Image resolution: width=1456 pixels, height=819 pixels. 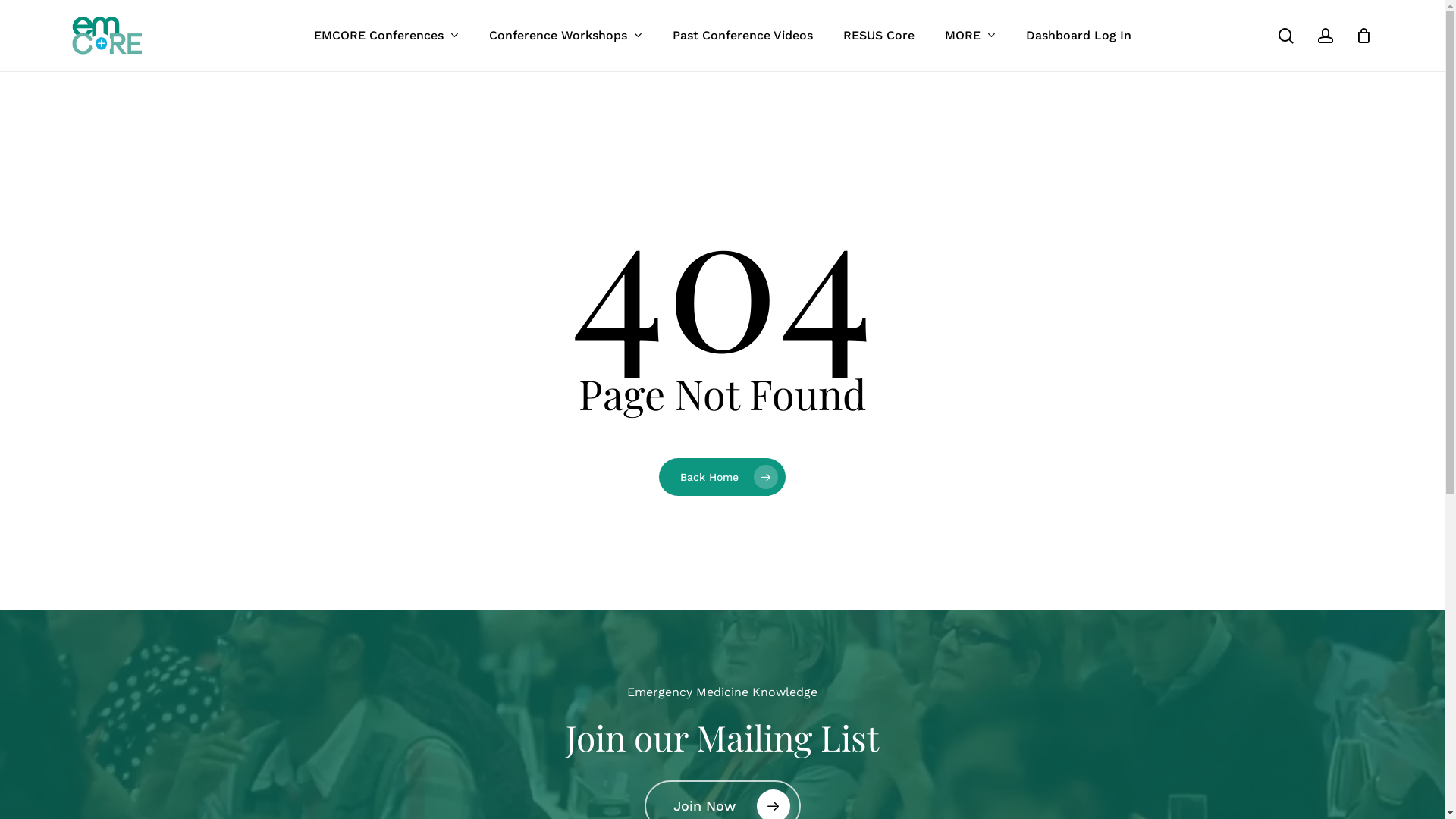 What do you see at coordinates (969, 34) in the screenshot?
I see `'MORE'` at bounding box center [969, 34].